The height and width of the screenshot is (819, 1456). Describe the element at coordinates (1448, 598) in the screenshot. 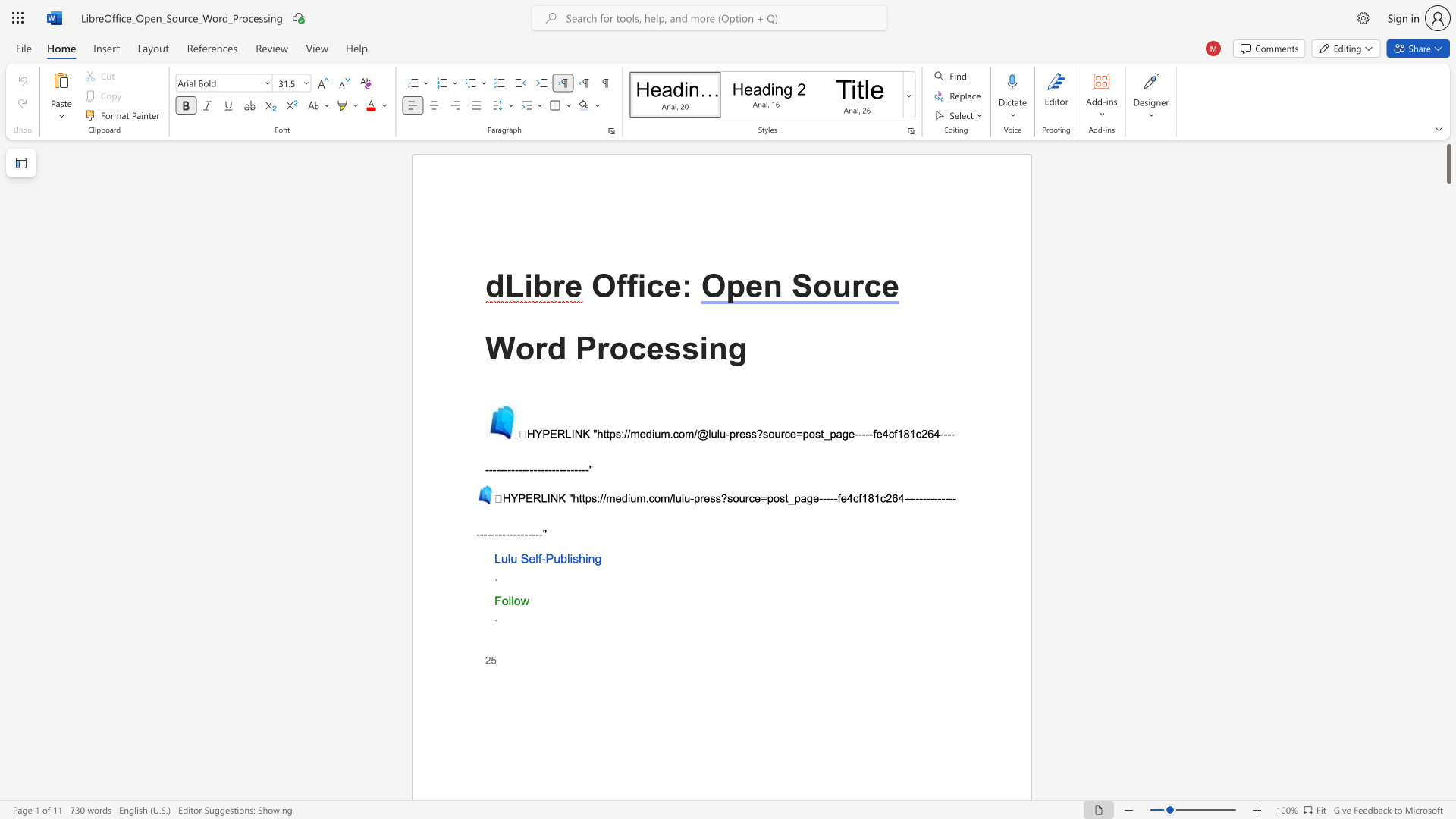

I see `the scrollbar on the right to shift the page lower` at that location.